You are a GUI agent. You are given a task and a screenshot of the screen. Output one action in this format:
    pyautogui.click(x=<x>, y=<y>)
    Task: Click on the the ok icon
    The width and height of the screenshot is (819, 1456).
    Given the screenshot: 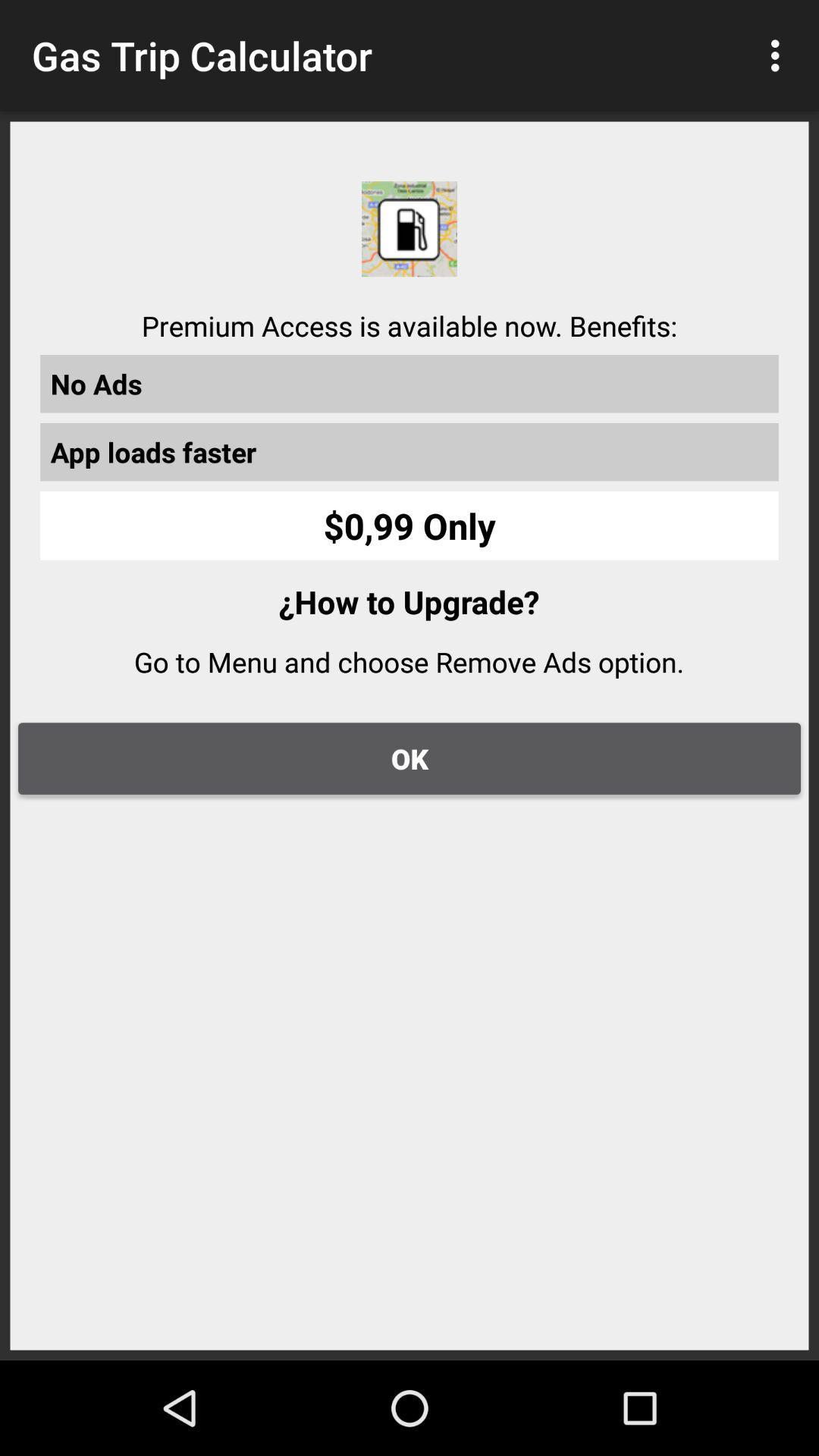 What is the action you would take?
    pyautogui.click(x=409, y=758)
    